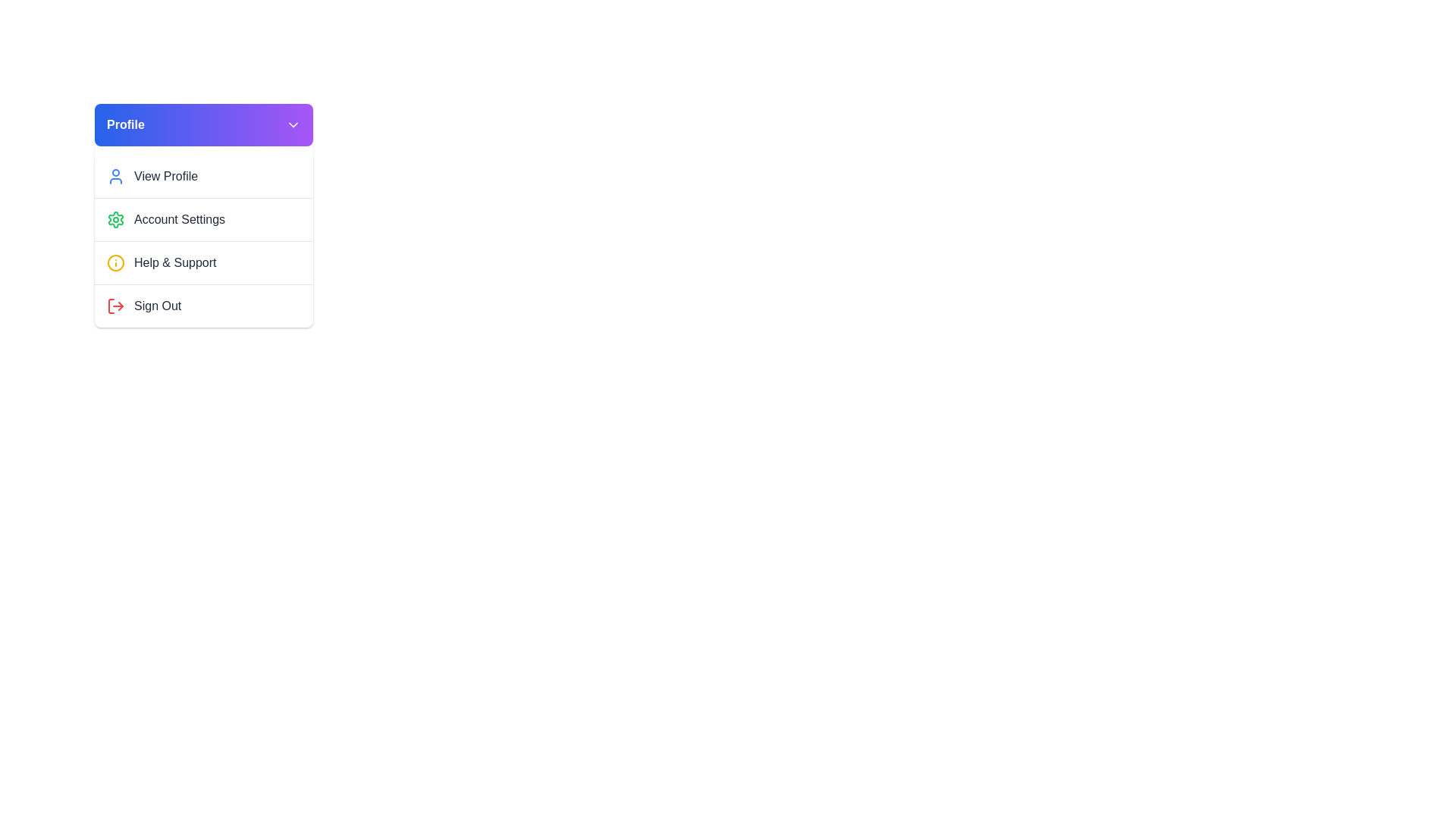 Image resolution: width=1456 pixels, height=819 pixels. What do you see at coordinates (158, 306) in the screenshot?
I see `the 'Sign Out' textual label in gray font located at the bottom of the dropdown menu, next to the red logout icon` at bounding box center [158, 306].